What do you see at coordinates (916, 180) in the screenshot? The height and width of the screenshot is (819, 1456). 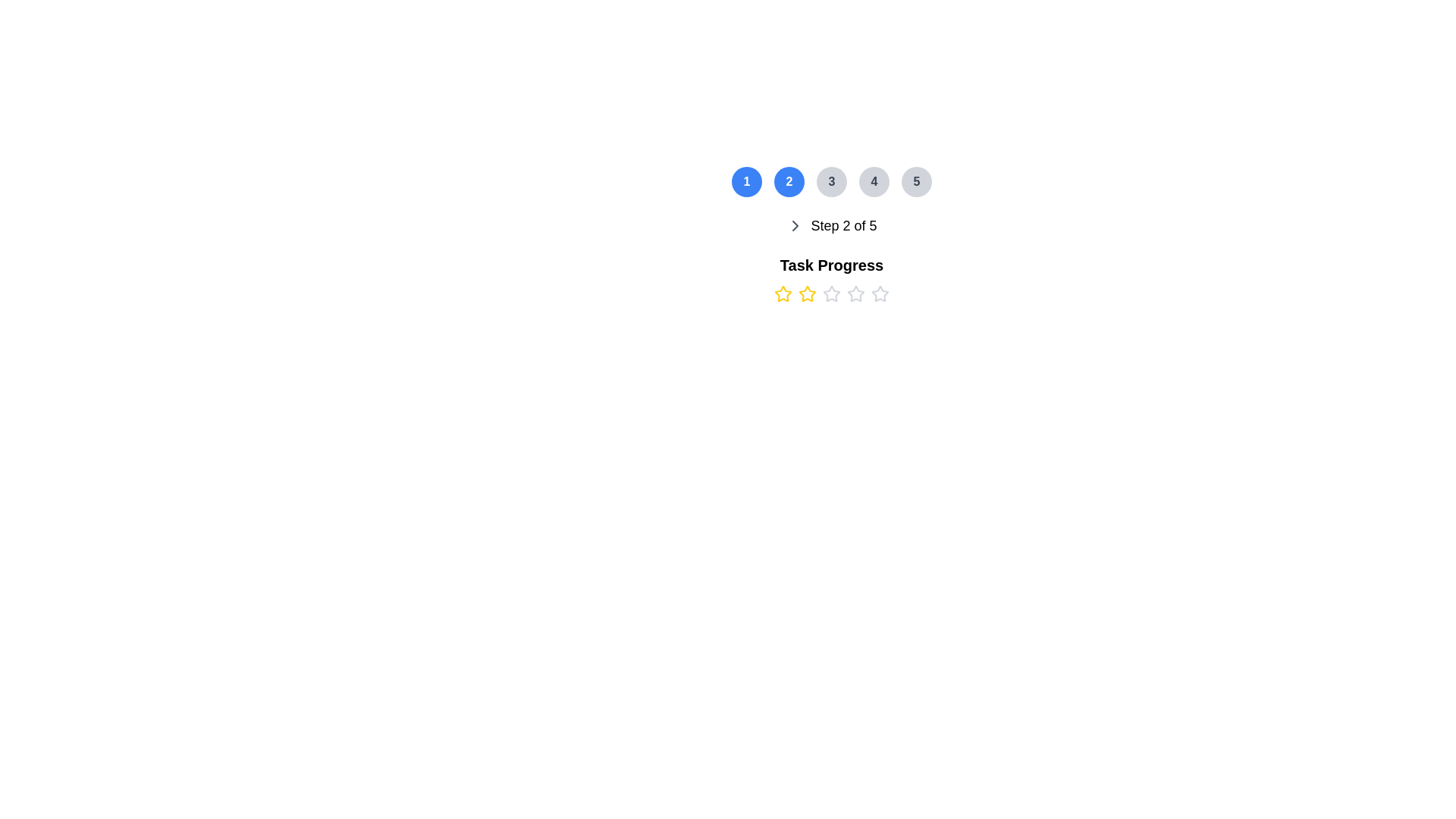 I see `the button labeled '5' which is the last item in a horizontal sequence of buttons under 'Step 2 of 5'` at bounding box center [916, 180].